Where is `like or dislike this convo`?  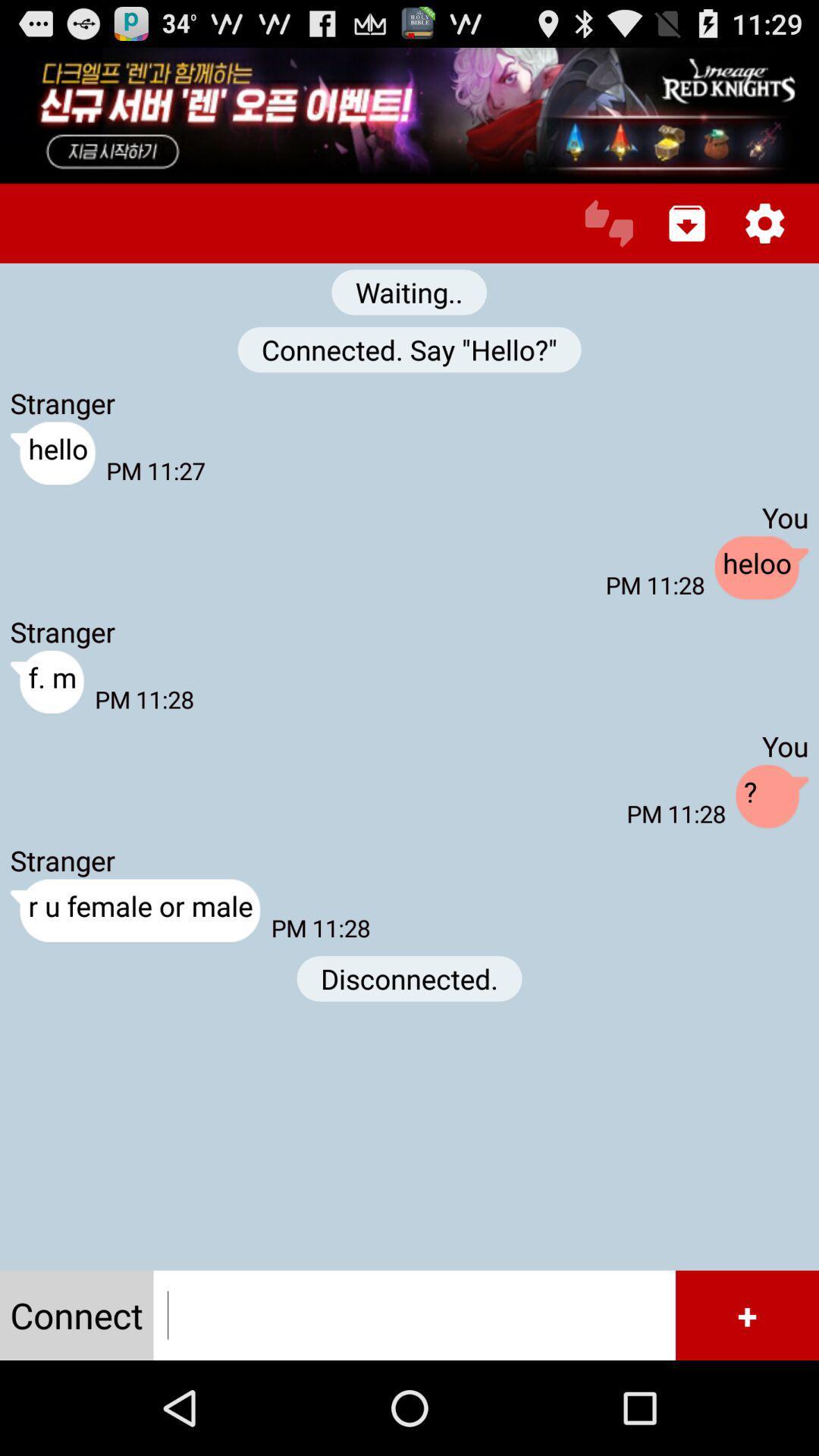
like or dislike this convo is located at coordinates (608, 222).